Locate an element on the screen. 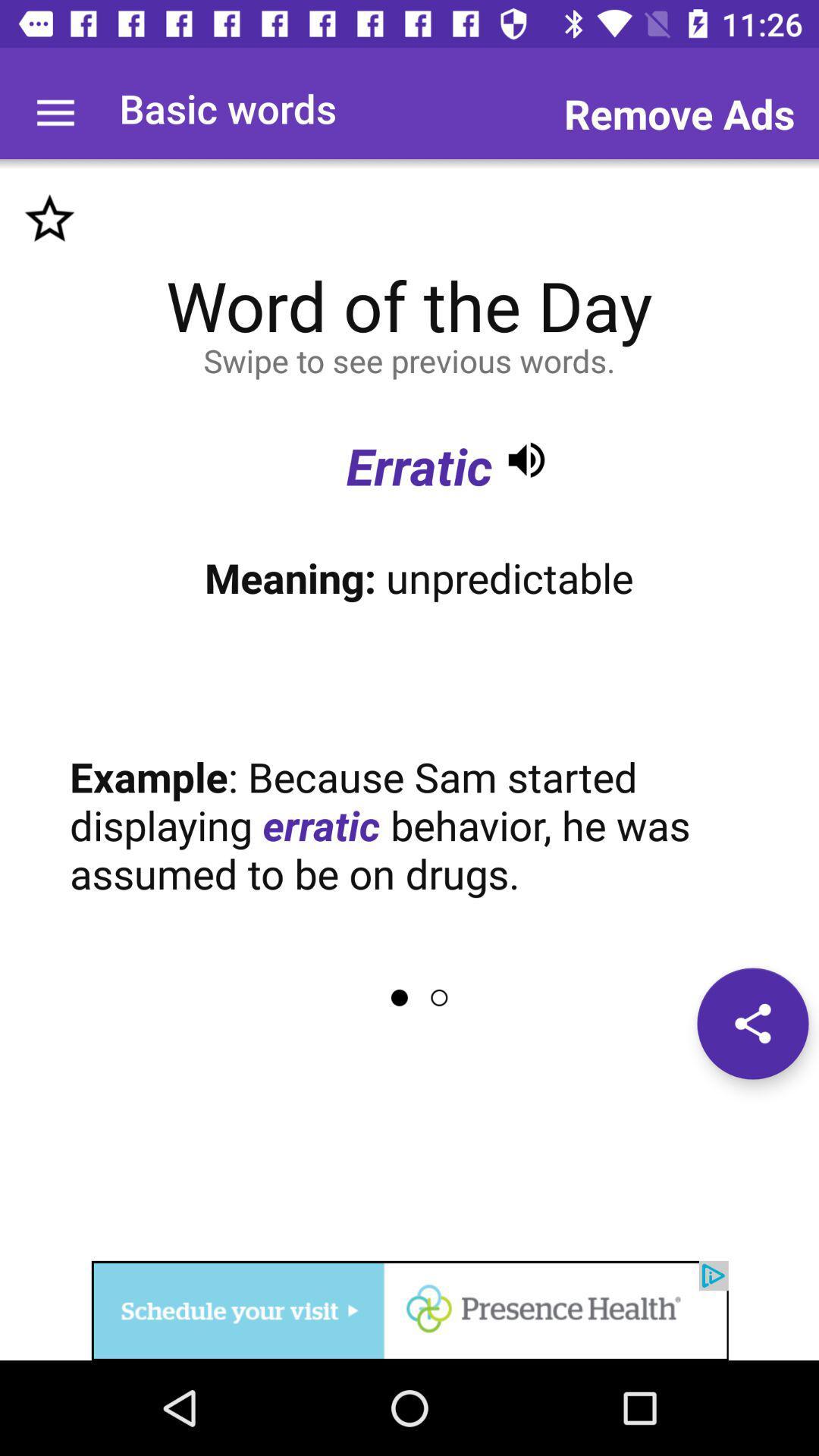 The width and height of the screenshot is (819, 1456). the star icon is located at coordinates (49, 218).